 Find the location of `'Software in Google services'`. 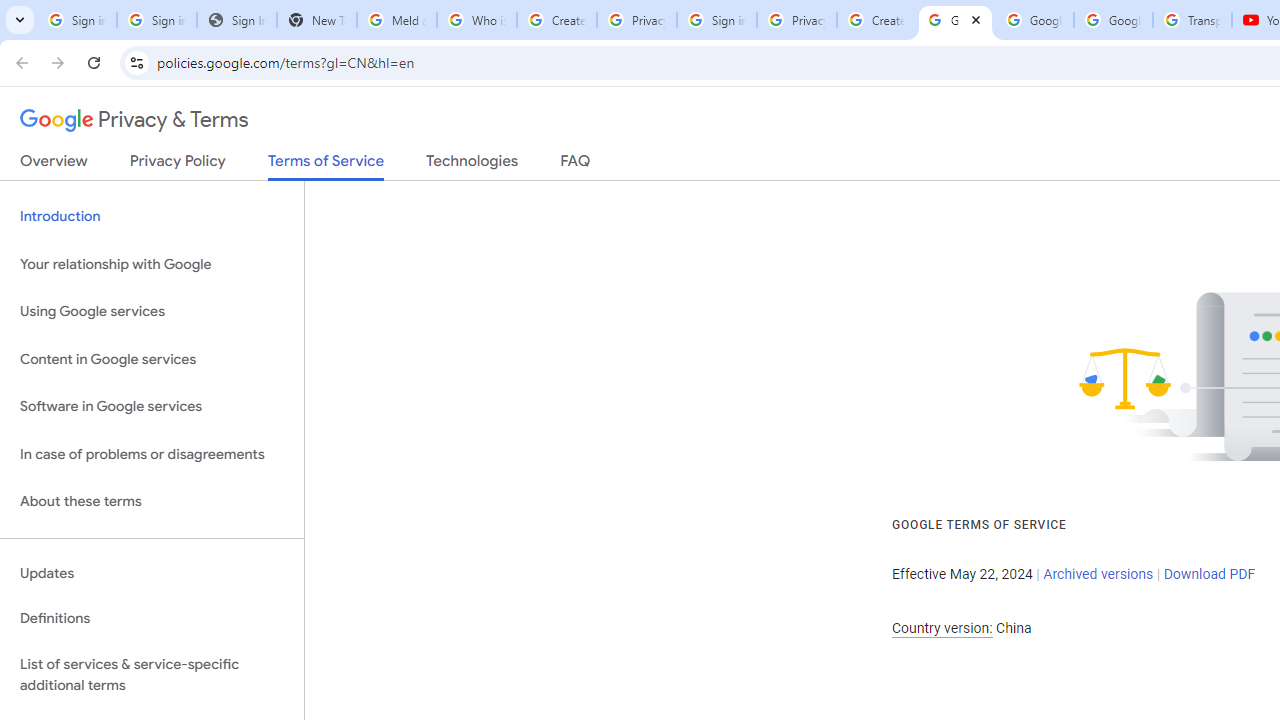

'Software in Google services' is located at coordinates (151, 406).